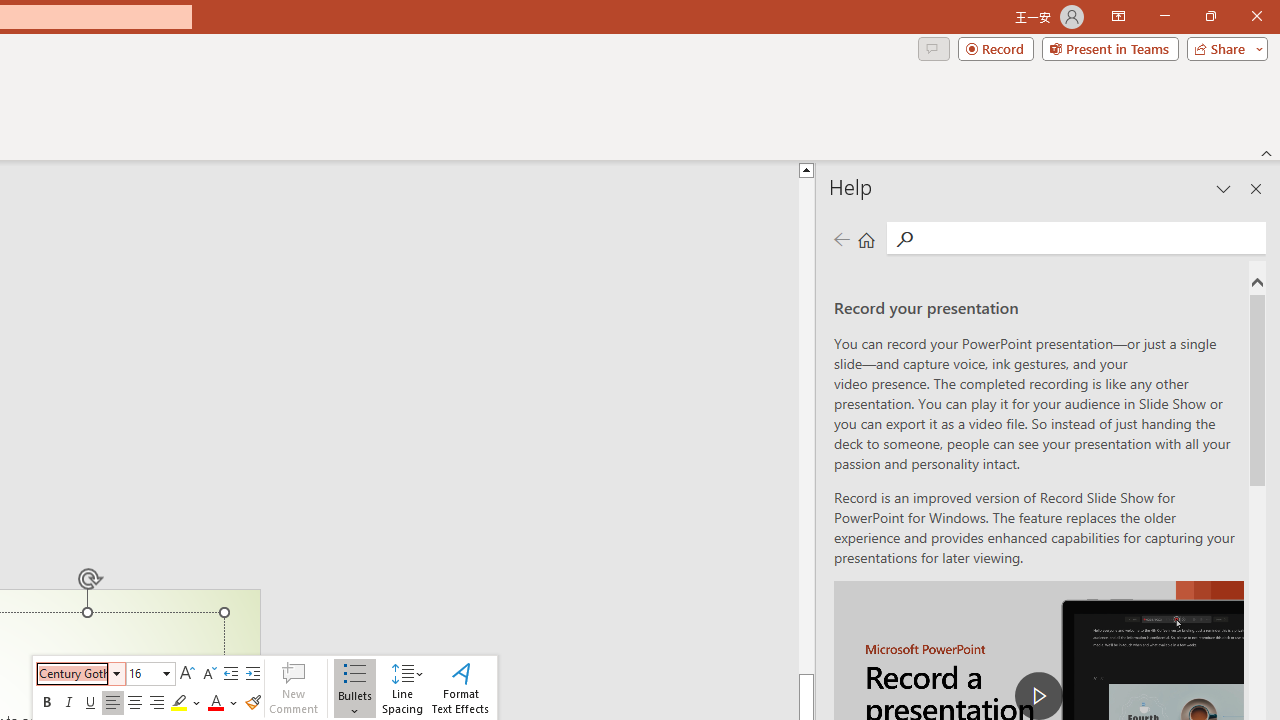 The image size is (1280, 720). I want to click on 'Format Text Effects...', so click(459, 687).